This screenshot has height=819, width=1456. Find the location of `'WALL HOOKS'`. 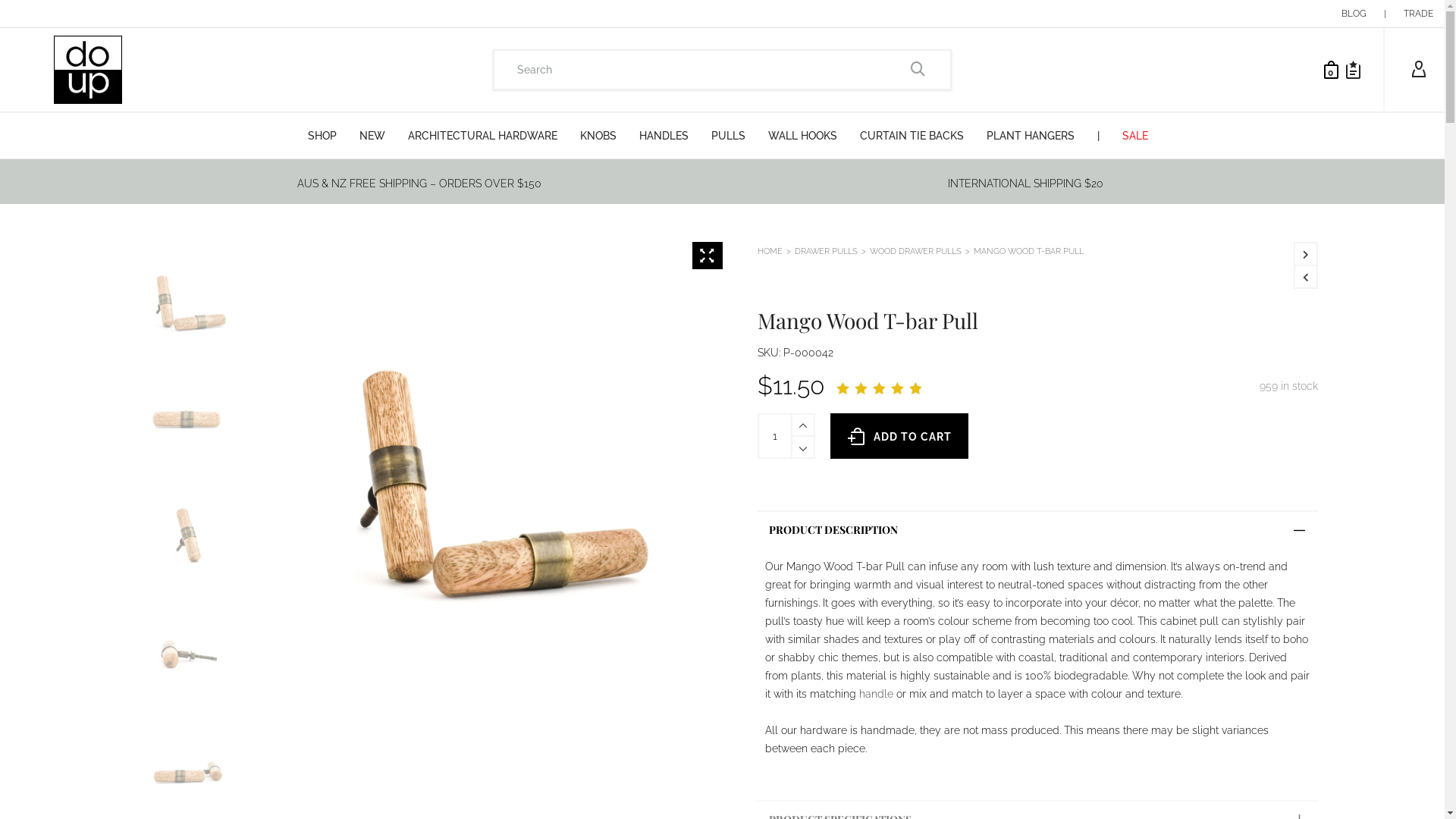

'WALL HOOKS' is located at coordinates (802, 134).